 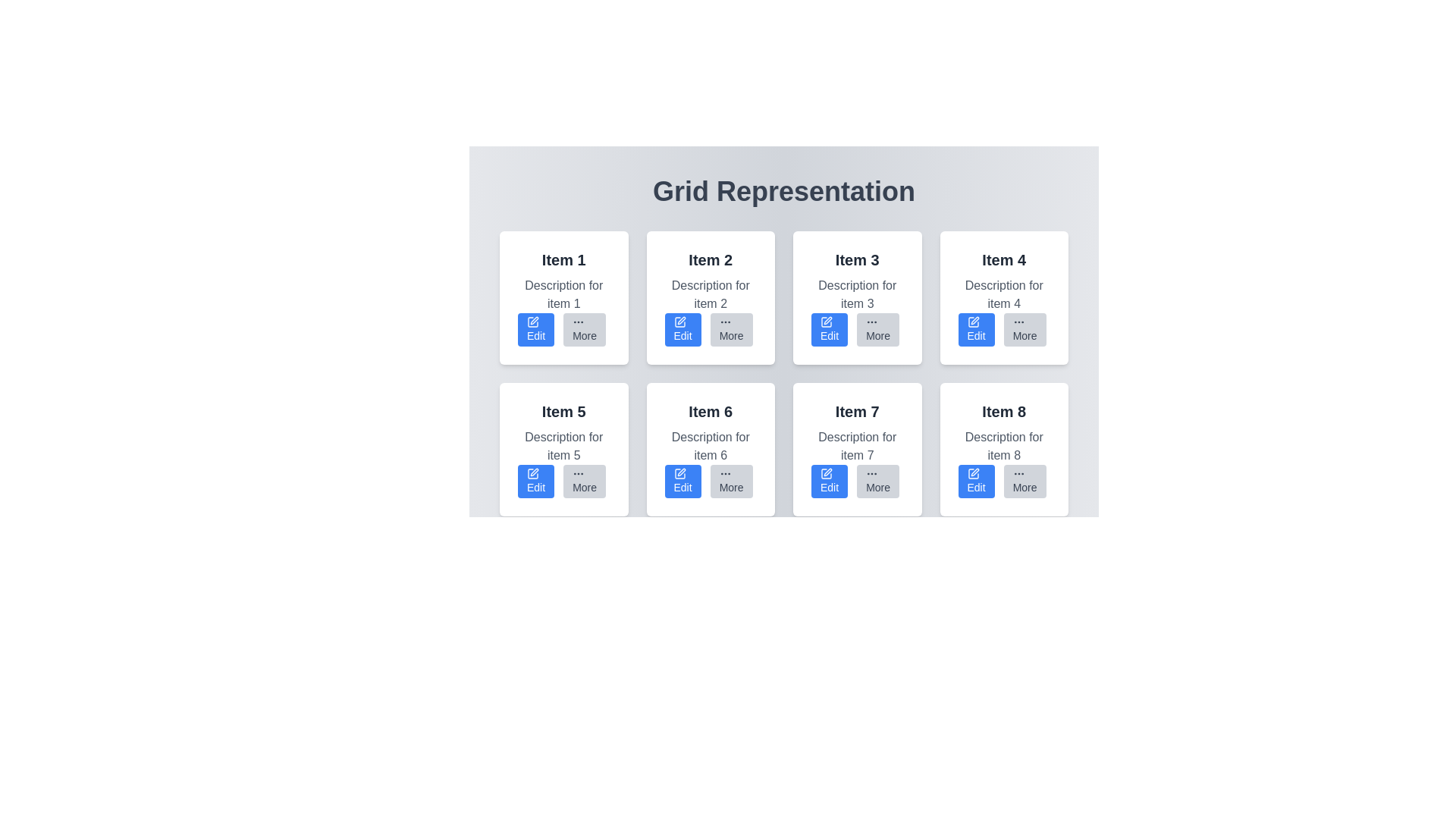 What do you see at coordinates (857, 259) in the screenshot?
I see `the text display that shows 'Item 3' in a bold and larger grayish-black font, located in the header section of the third card in the first row of the grid layout` at bounding box center [857, 259].